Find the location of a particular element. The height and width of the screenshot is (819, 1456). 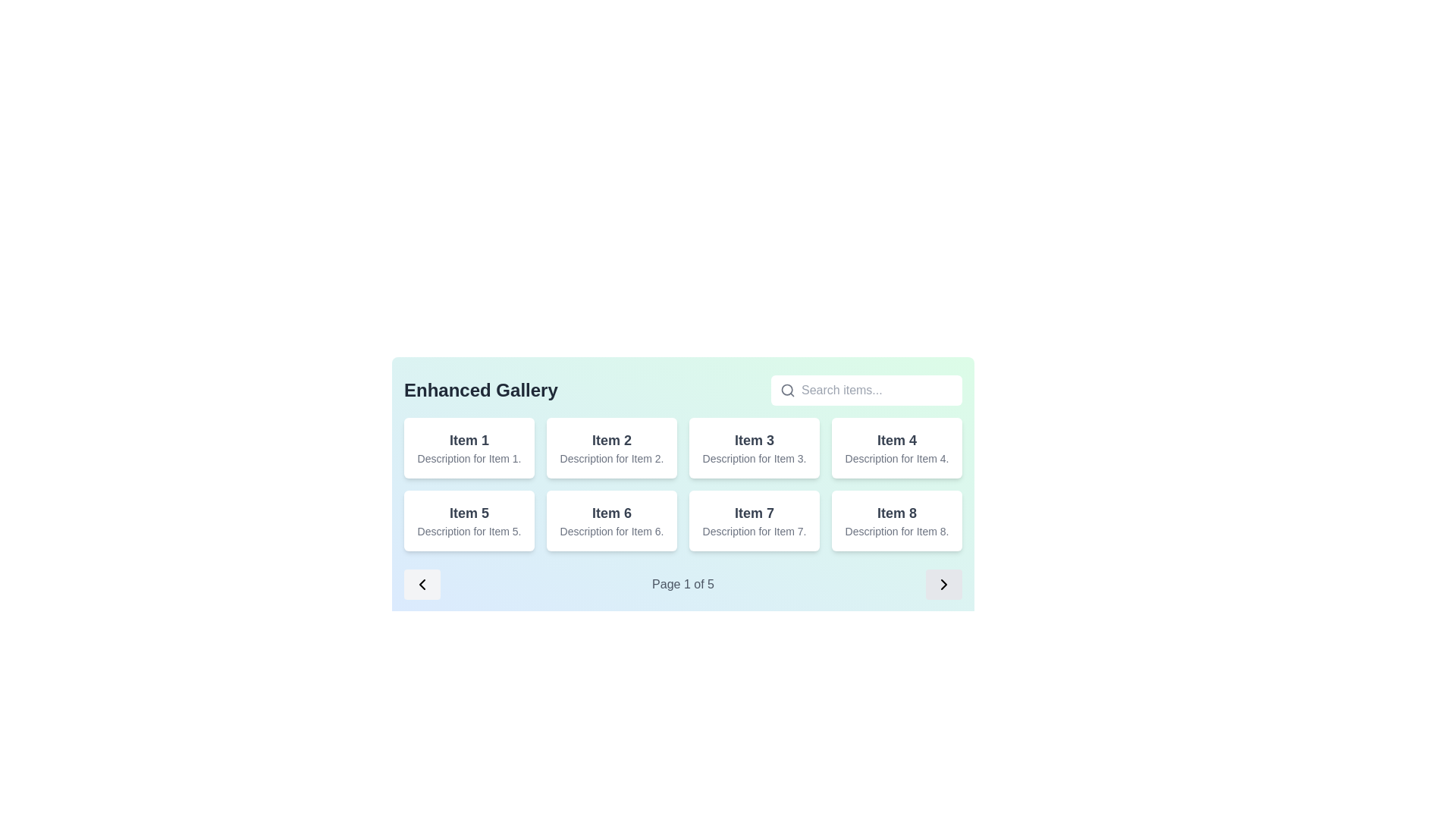

the title text element located in the card within the third row and first column, which serves as the main label or identifier for the card is located at coordinates (754, 513).